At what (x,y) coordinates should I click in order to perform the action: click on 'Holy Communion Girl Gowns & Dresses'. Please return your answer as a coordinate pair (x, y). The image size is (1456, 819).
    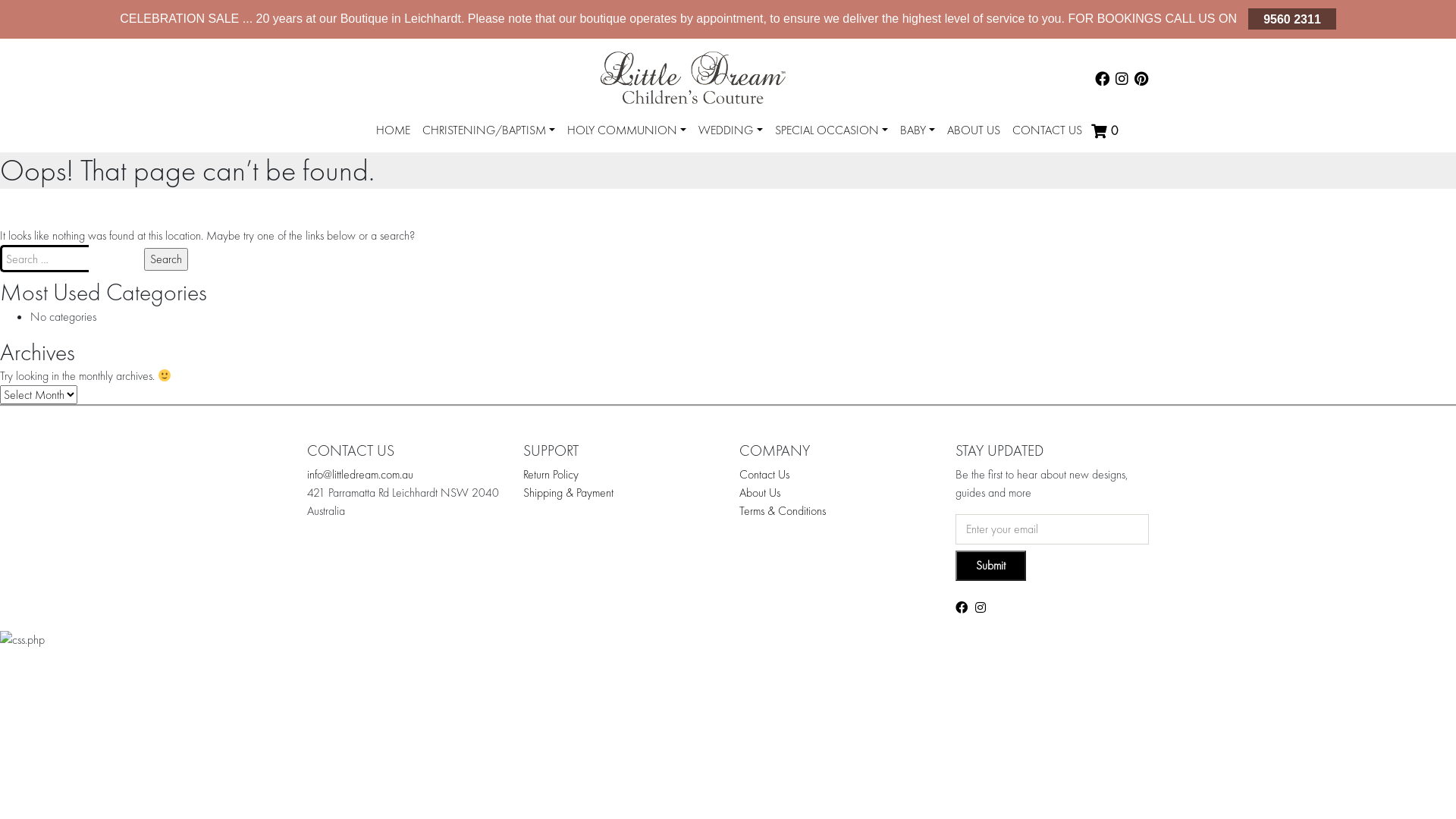
    Looking at the image, I should click on (670, 160).